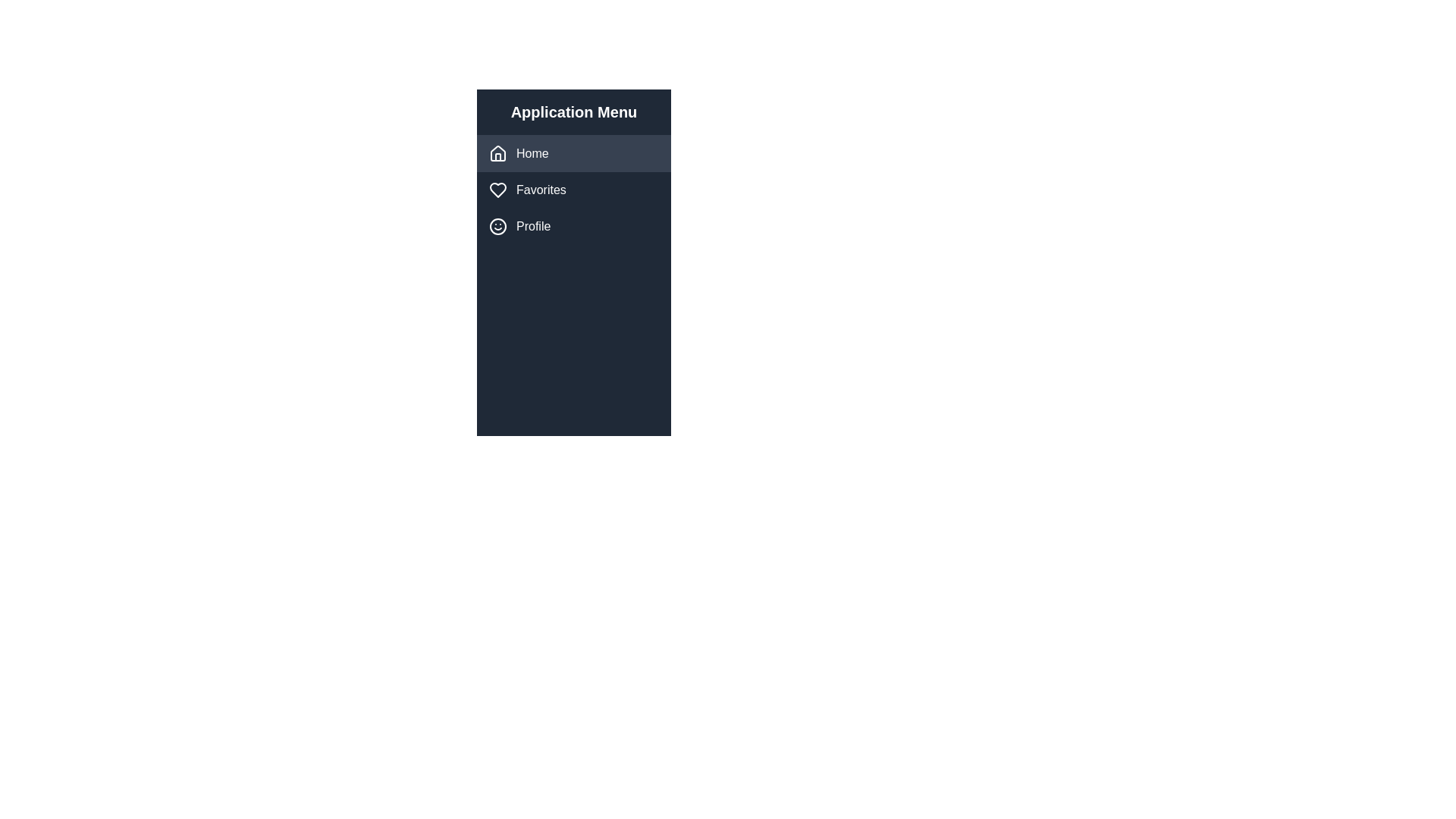 This screenshot has width=1456, height=819. Describe the element at coordinates (498, 227) in the screenshot. I see `the Profile menu icon located on the left side of the Profile item in the menu list` at that location.